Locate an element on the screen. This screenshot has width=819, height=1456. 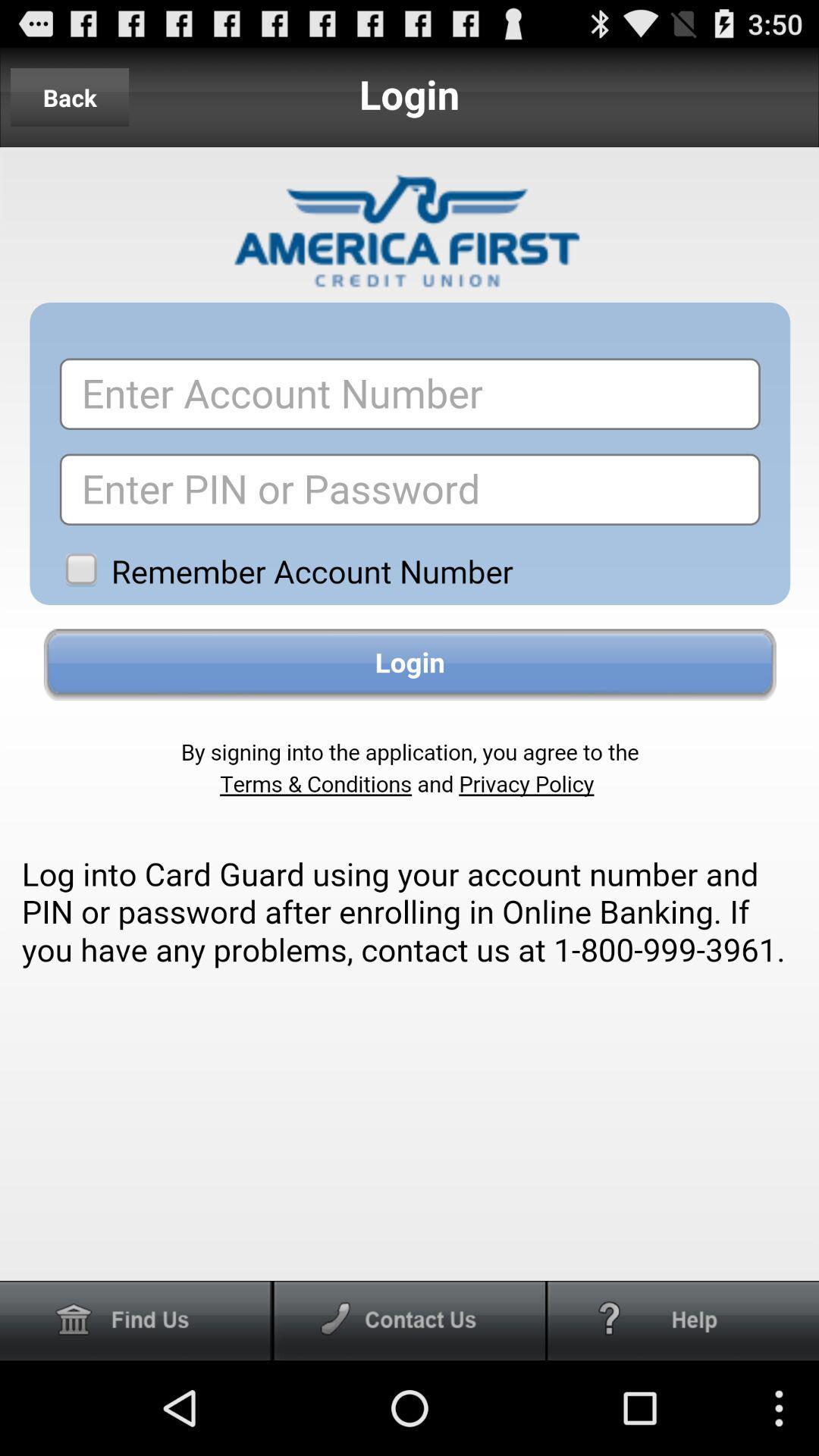
credit union login screen is located at coordinates (409, 713).